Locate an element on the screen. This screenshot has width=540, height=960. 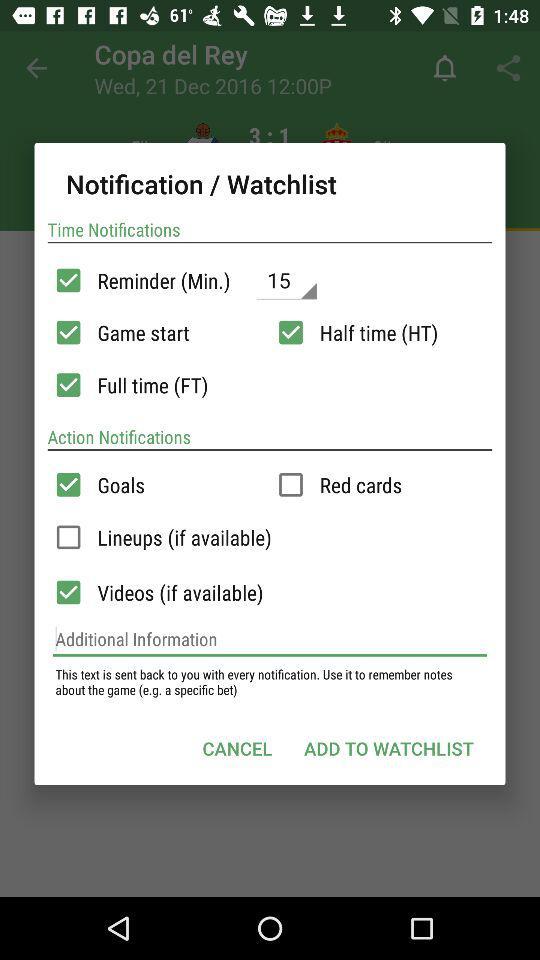
video notification is located at coordinates (67, 592).